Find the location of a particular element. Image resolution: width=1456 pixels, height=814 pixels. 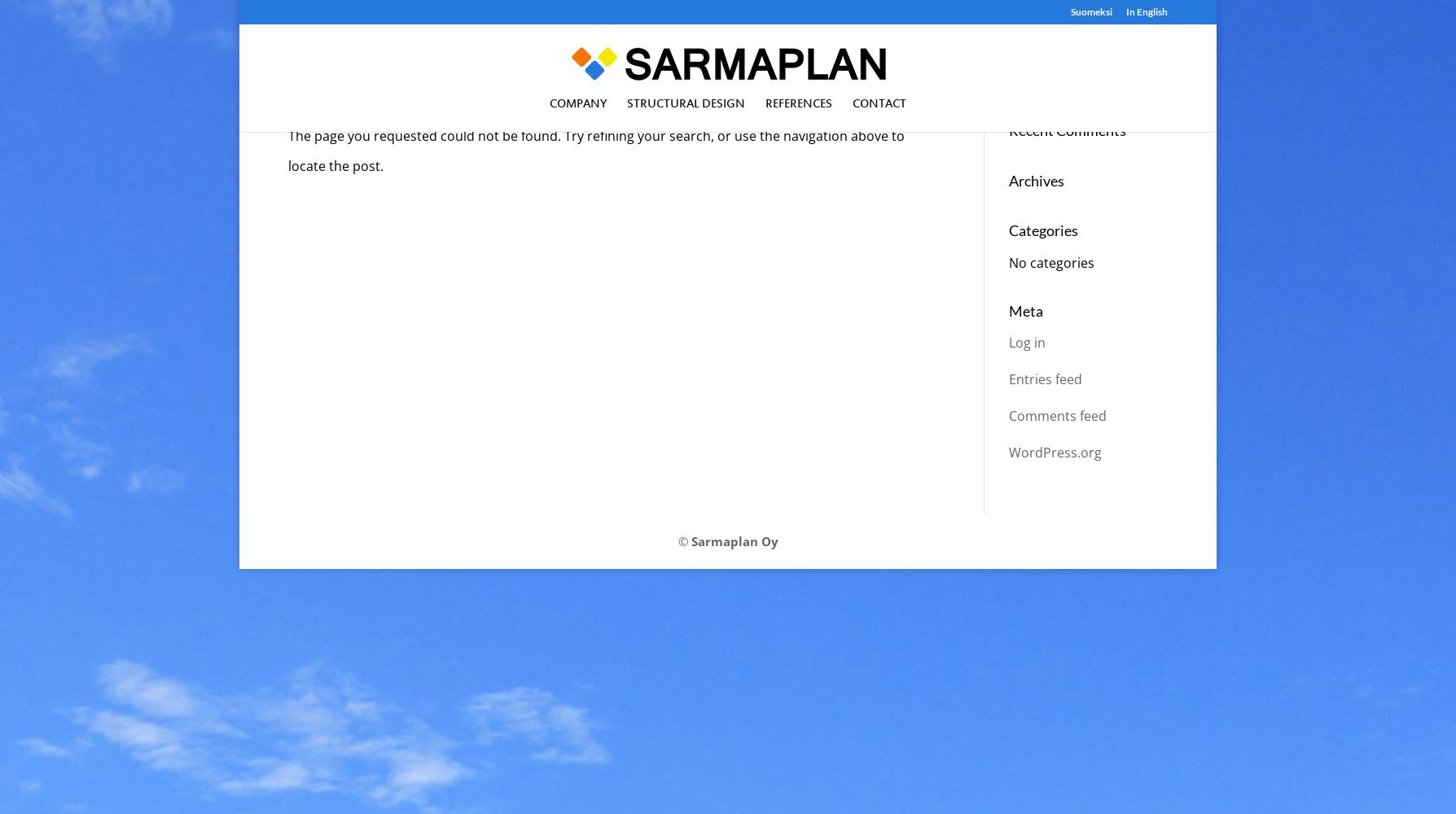

'No Results Found' is located at coordinates (388, 79).